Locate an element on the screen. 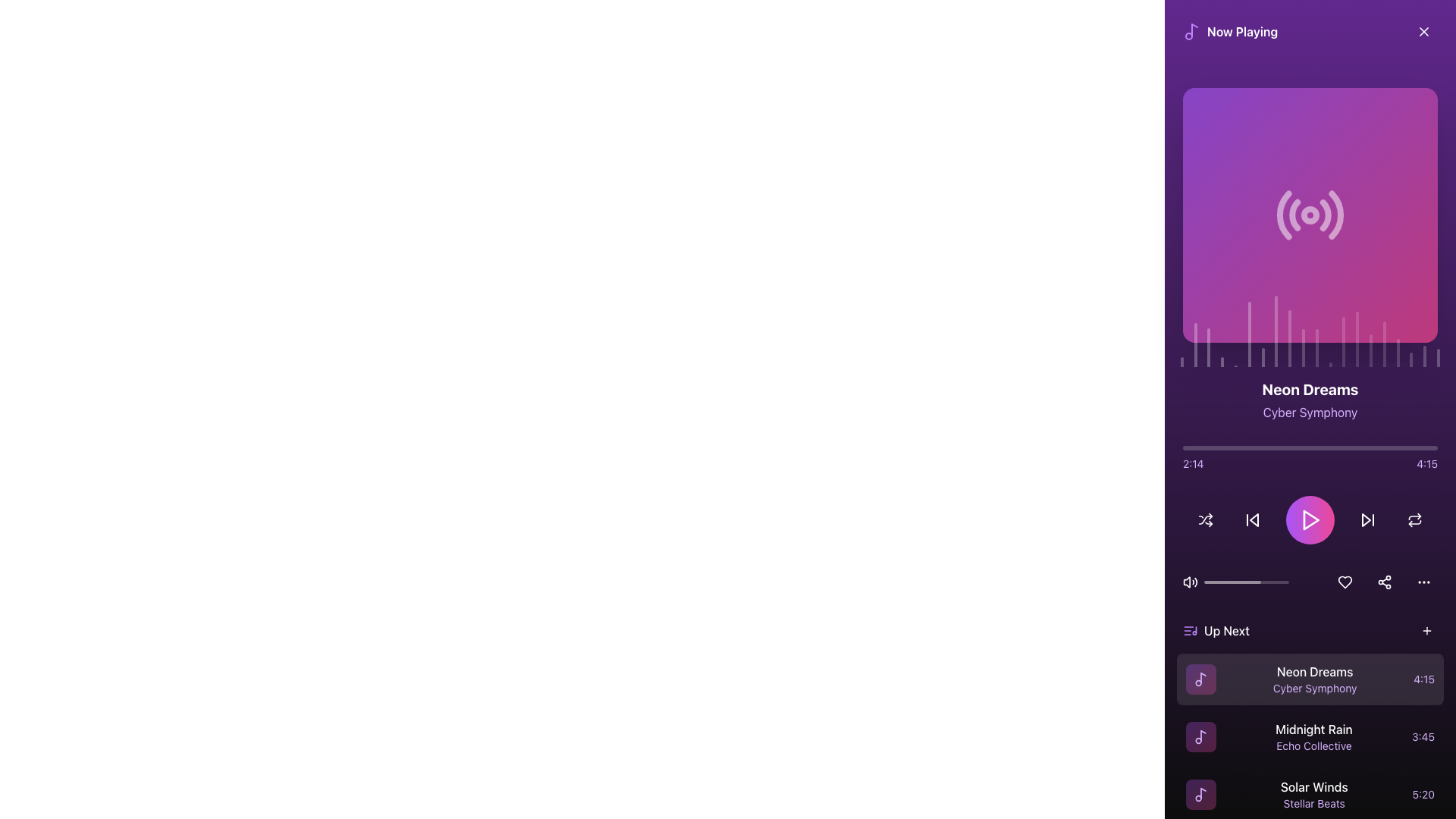  the volume slider is located at coordinates (1240, 581).